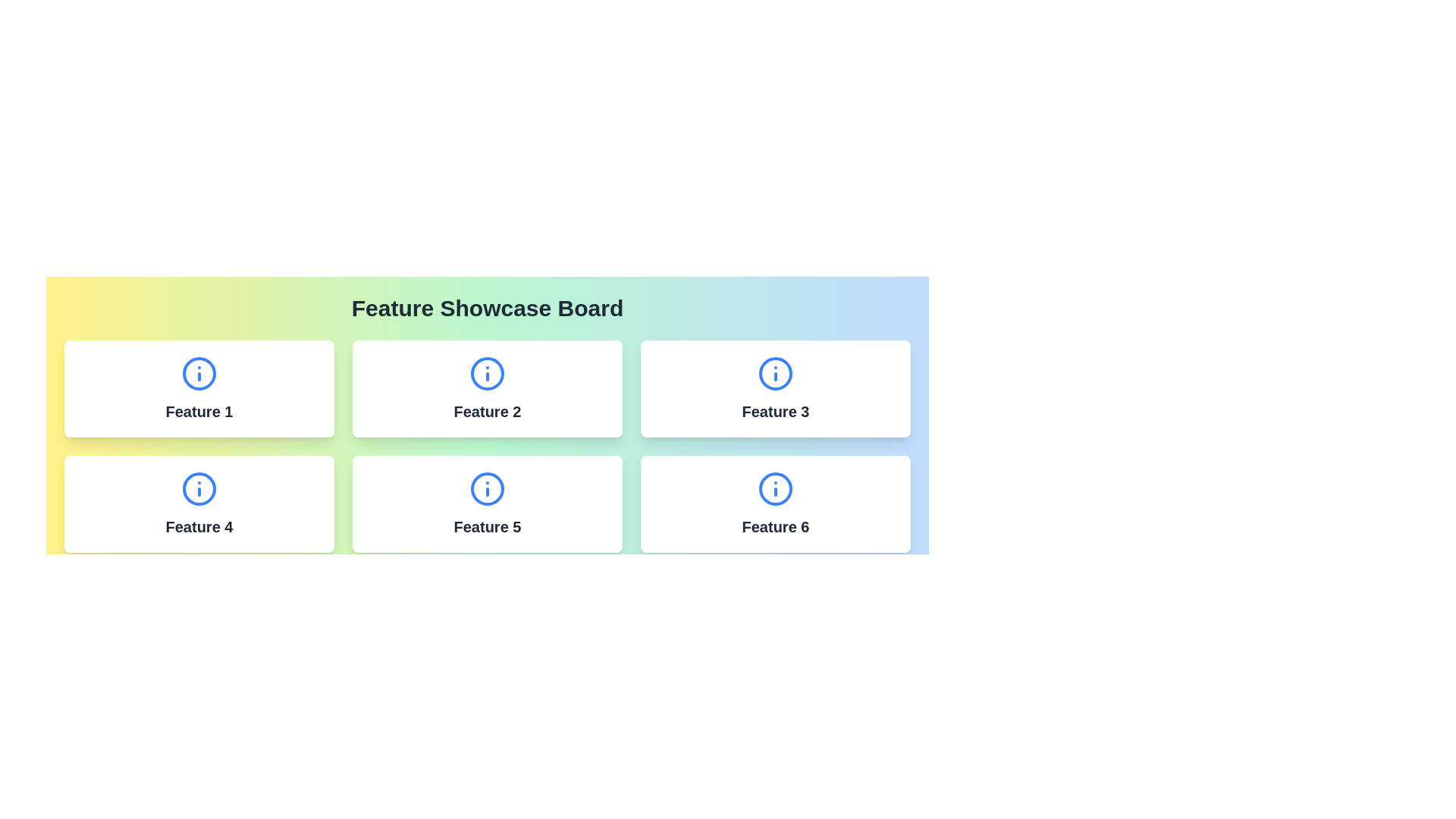  Describe the element at coordinates (199, 526) in the screenshot. I see `text from the label that reads 'Feature 4', which is styled in bold and extra-large font in dark gray color, located in the first column of the second row of the feature grid` at that location.